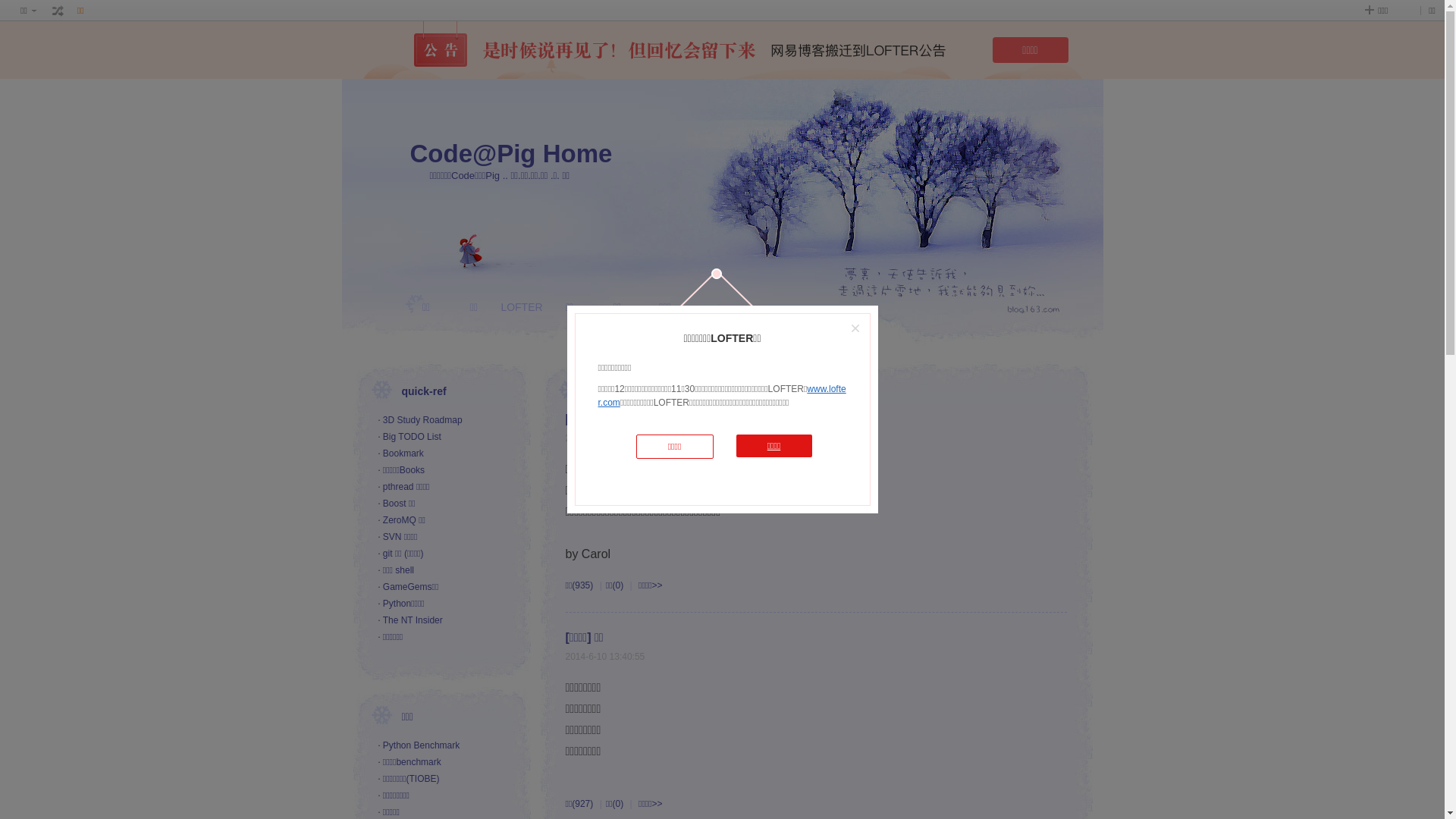 This screenshot has width=1456, height=819. I want to click on '3D Study Roadmap', so click(422, 420).